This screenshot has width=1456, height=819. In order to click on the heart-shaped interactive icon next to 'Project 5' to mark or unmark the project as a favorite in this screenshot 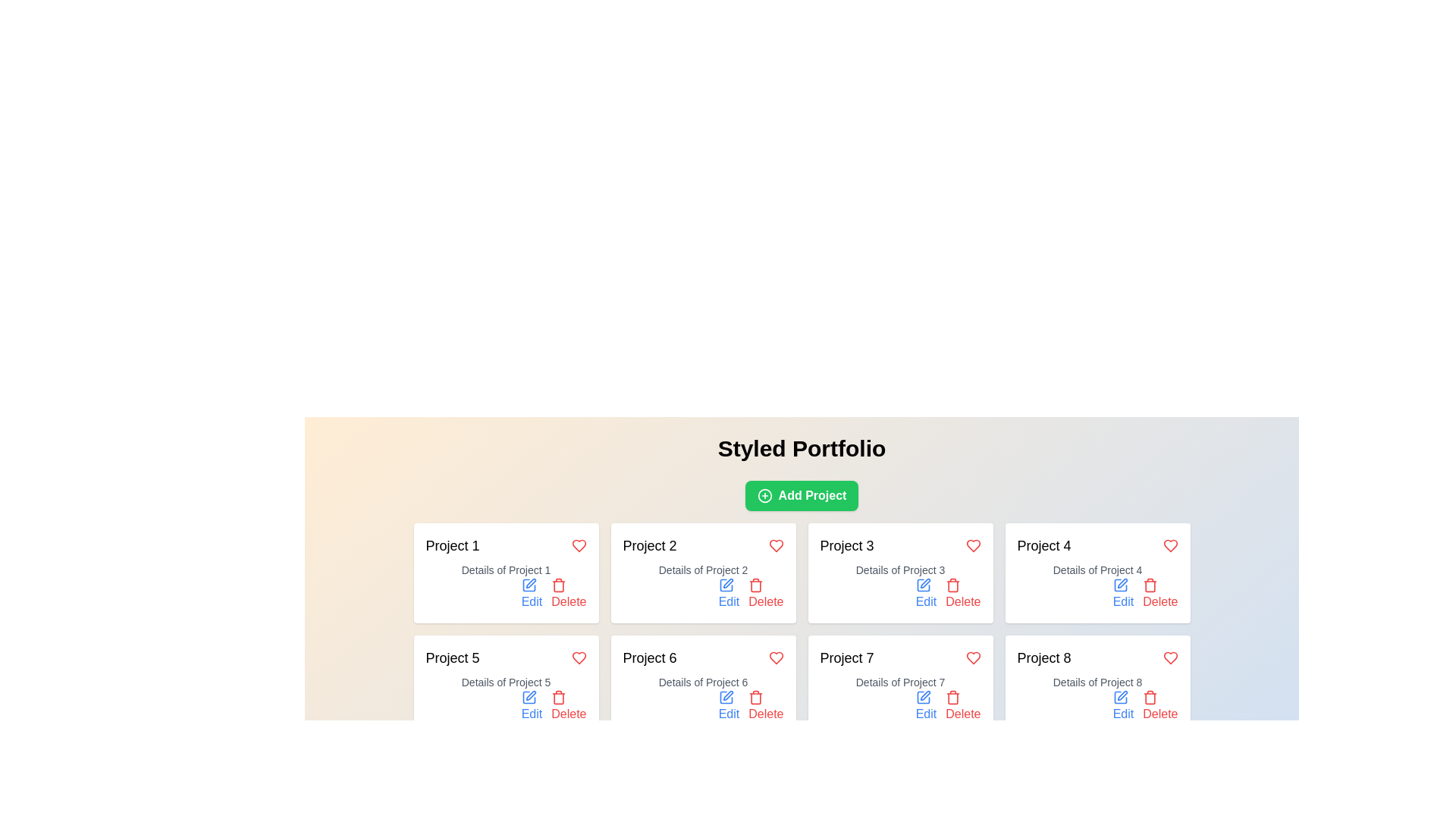, I will do `click(578, 657)`.